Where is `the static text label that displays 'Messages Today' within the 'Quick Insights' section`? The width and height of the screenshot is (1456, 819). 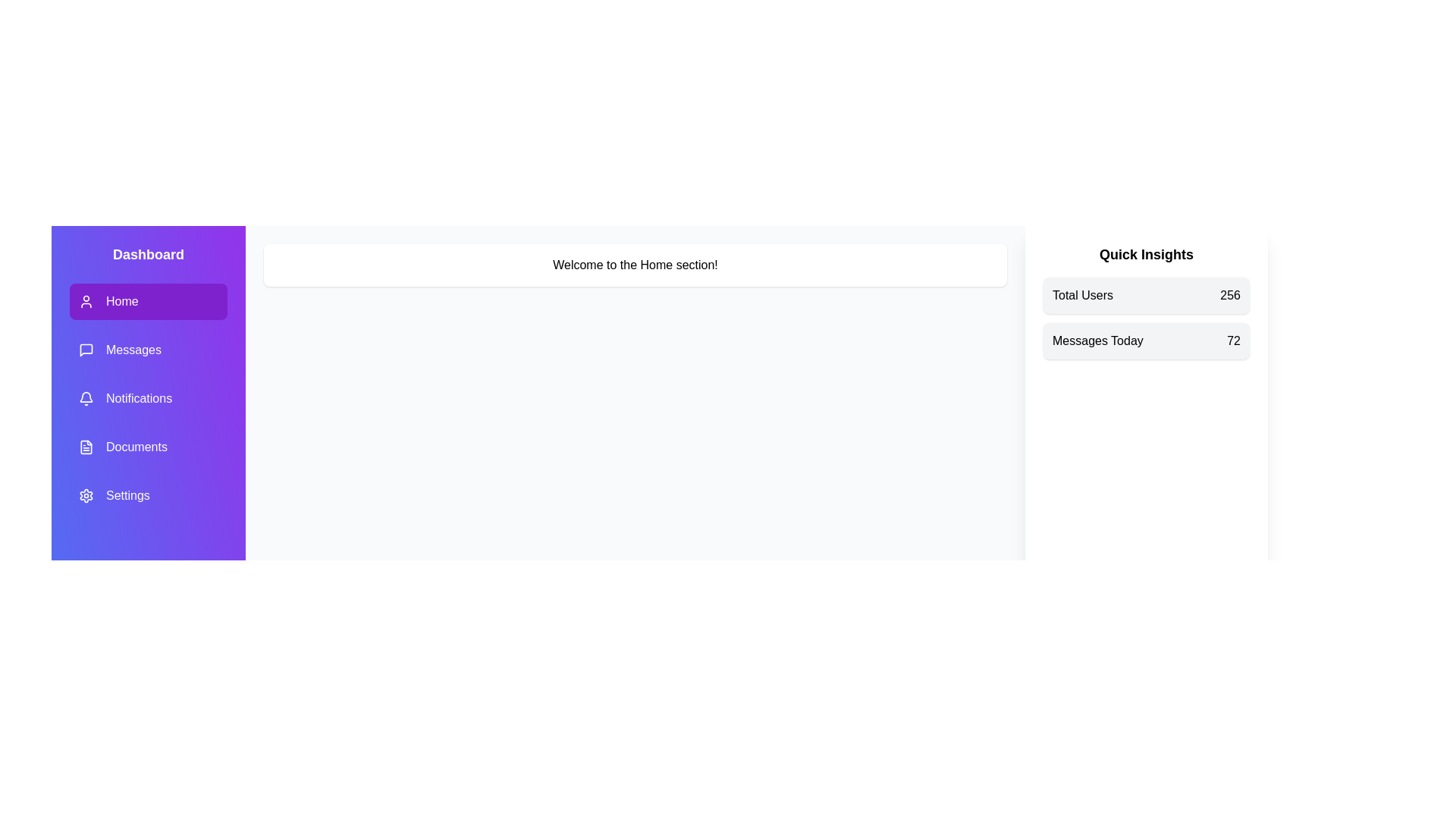
the static text label that displays 'Messages Today' within the 'Quick Insights' section is located at coordinates (1097, 341).